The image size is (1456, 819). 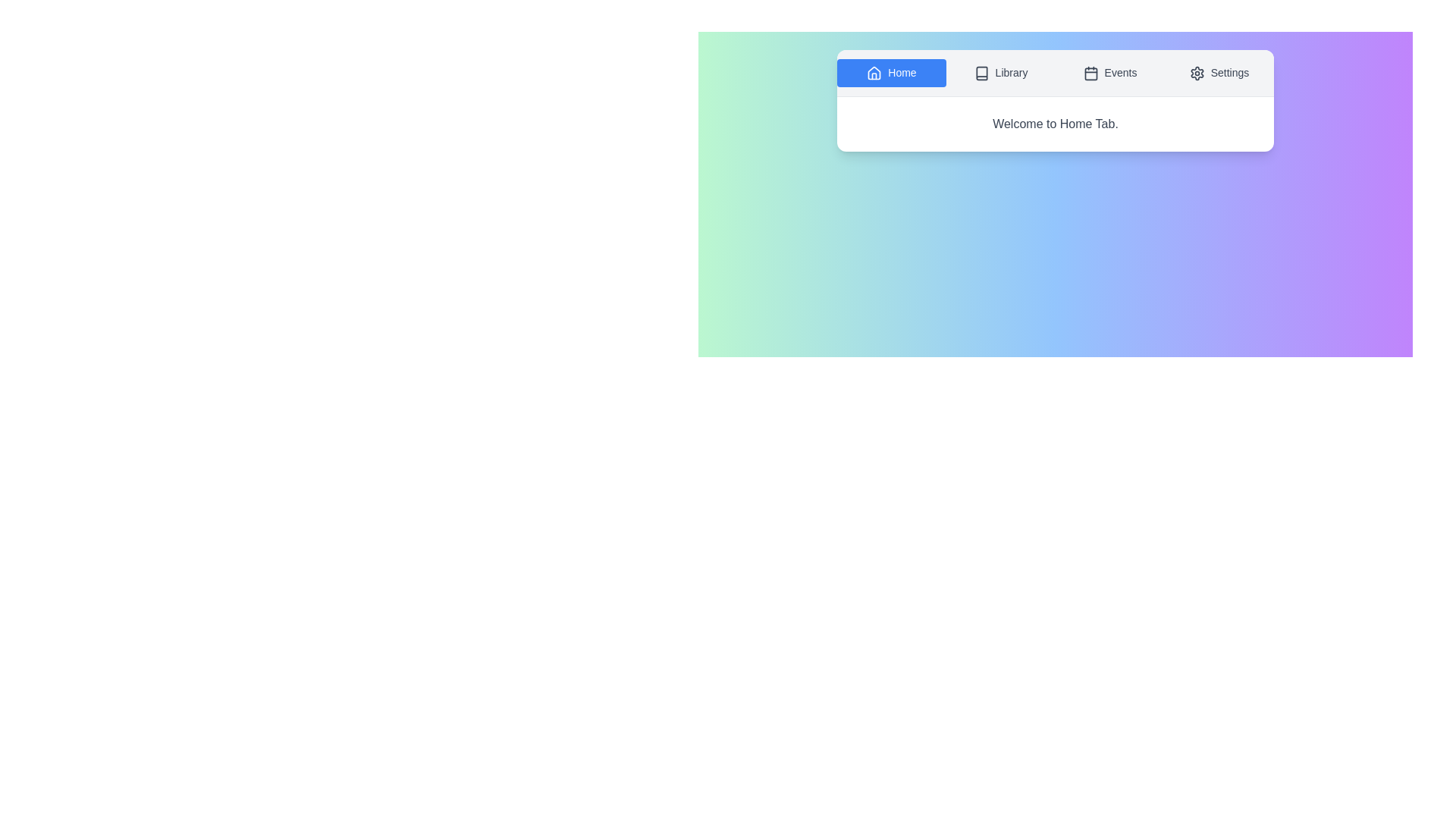 What do you see at coordinates (1219, 73) in the screenshot?
I see `the 'Settings' button, which is a transparent button with rounded borders and a gear icon, to trigger its visual effect` at bounding box center [1219, 73].